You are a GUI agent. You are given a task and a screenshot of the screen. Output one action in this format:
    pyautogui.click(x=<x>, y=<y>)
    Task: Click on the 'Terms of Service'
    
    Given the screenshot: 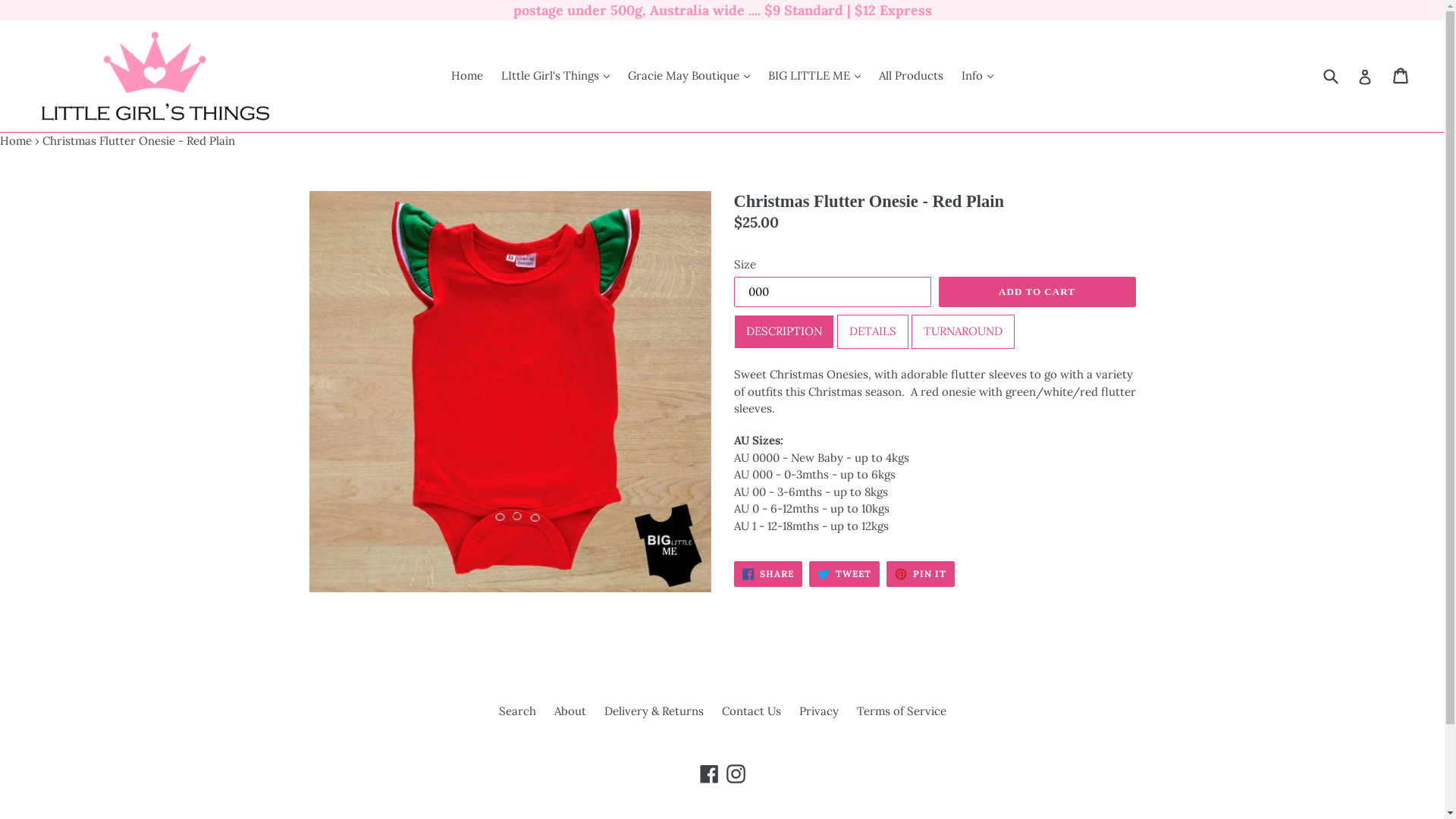 What is the action you would take?
    pyautogui.click(x=902, y=711)
    